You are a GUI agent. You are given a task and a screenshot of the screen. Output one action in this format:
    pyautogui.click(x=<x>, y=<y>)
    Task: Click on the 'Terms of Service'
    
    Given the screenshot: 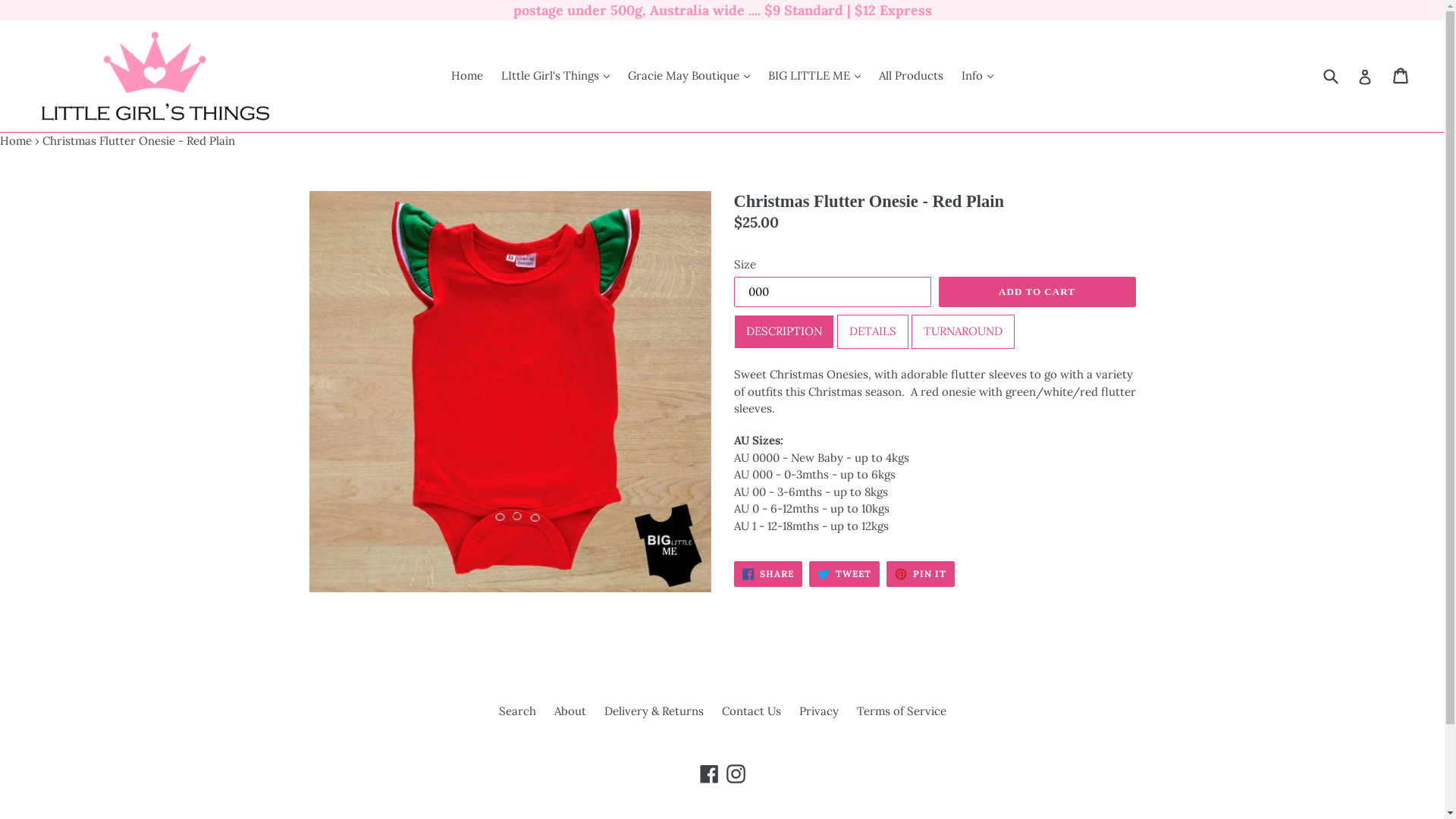 What is the action you would take?
    pyautogui.click(x=902, y=711)
    